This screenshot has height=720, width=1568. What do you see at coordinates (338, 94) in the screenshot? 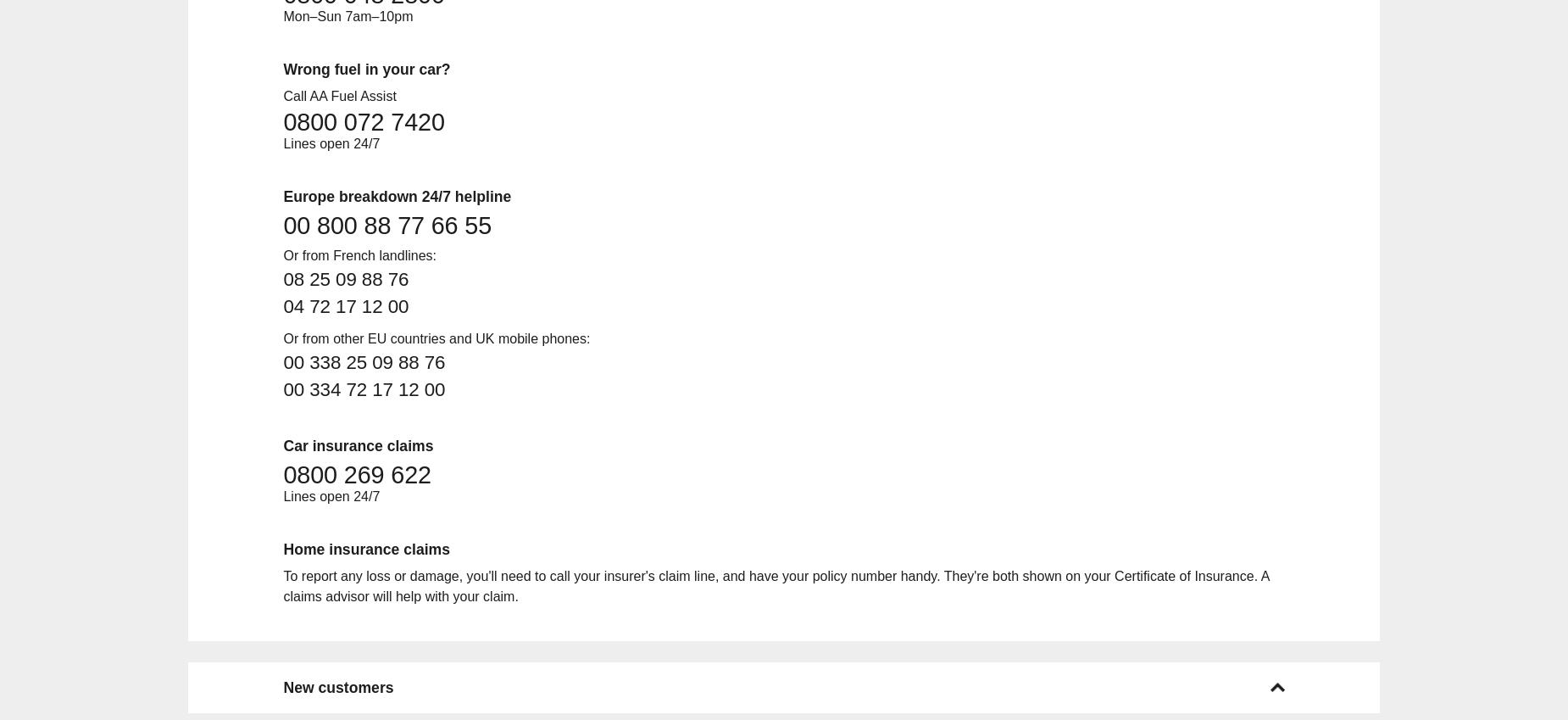
I see `'Call AA Fuel Assist'` at bounding box center [338, 94].